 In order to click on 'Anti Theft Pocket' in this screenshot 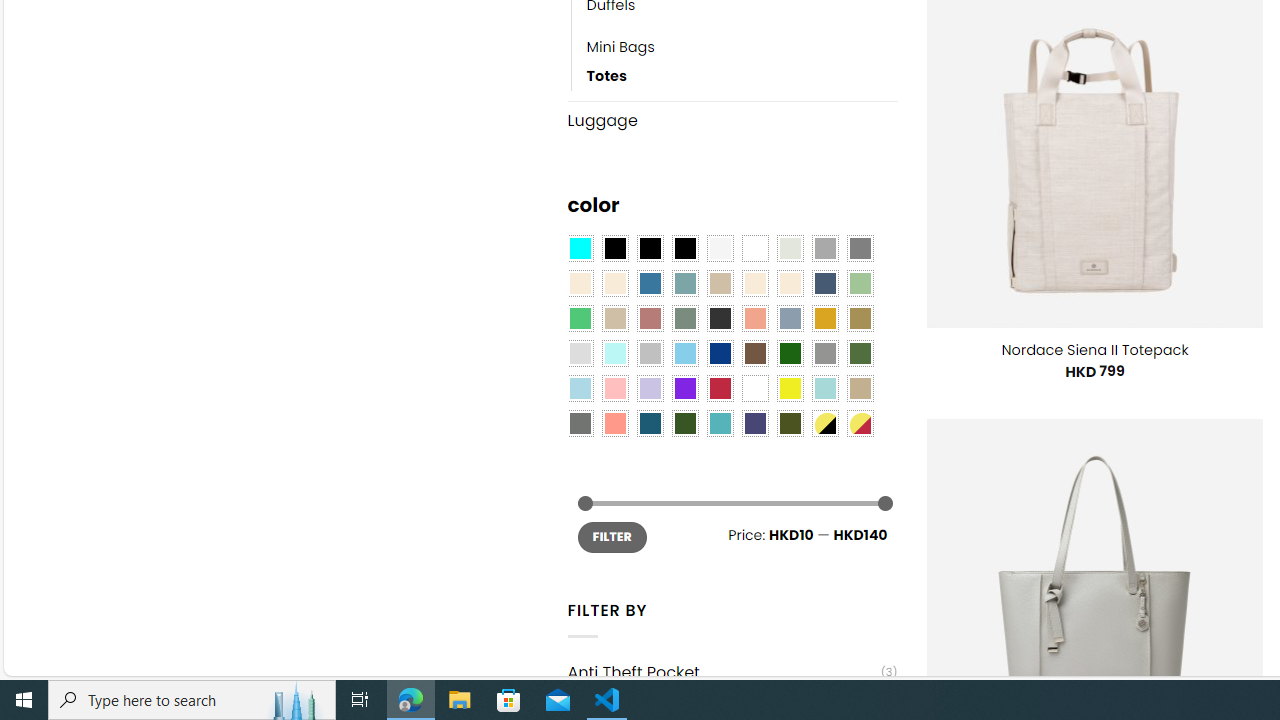, I will do `click(722, 672)`.